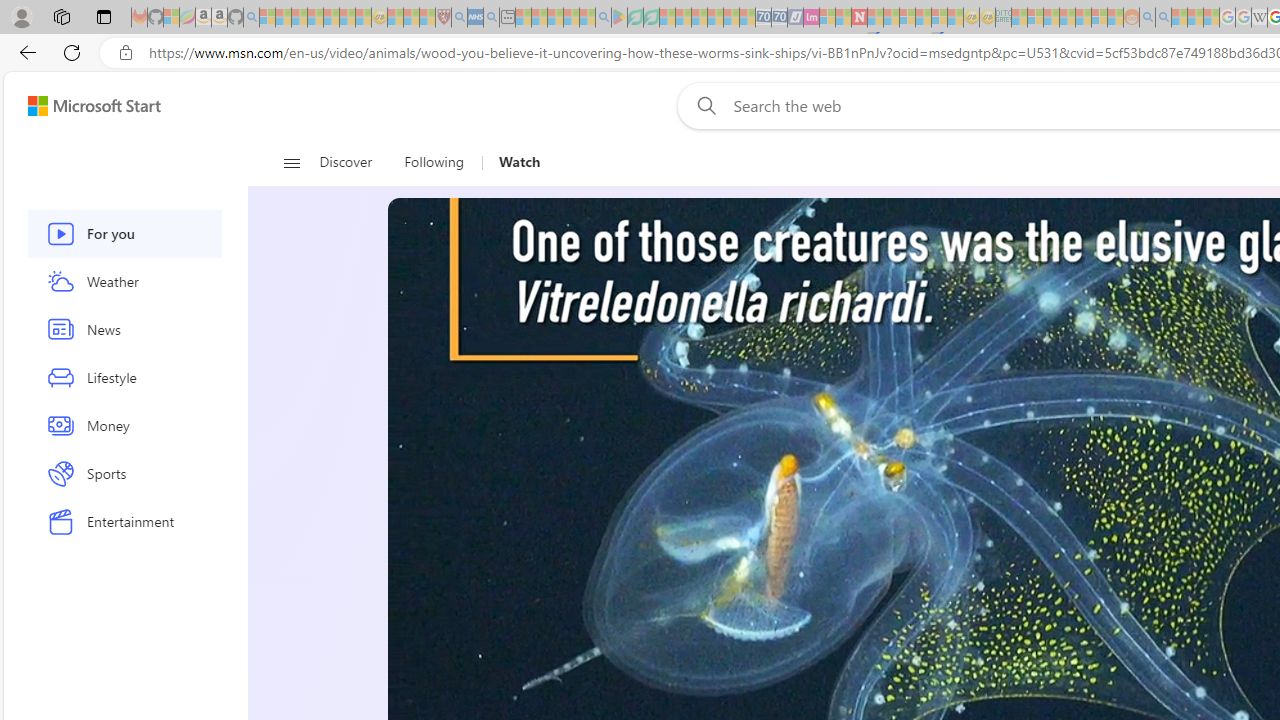  I want to click on 'The Weather Channel - MSN - Sleeping', so click(298, 17).